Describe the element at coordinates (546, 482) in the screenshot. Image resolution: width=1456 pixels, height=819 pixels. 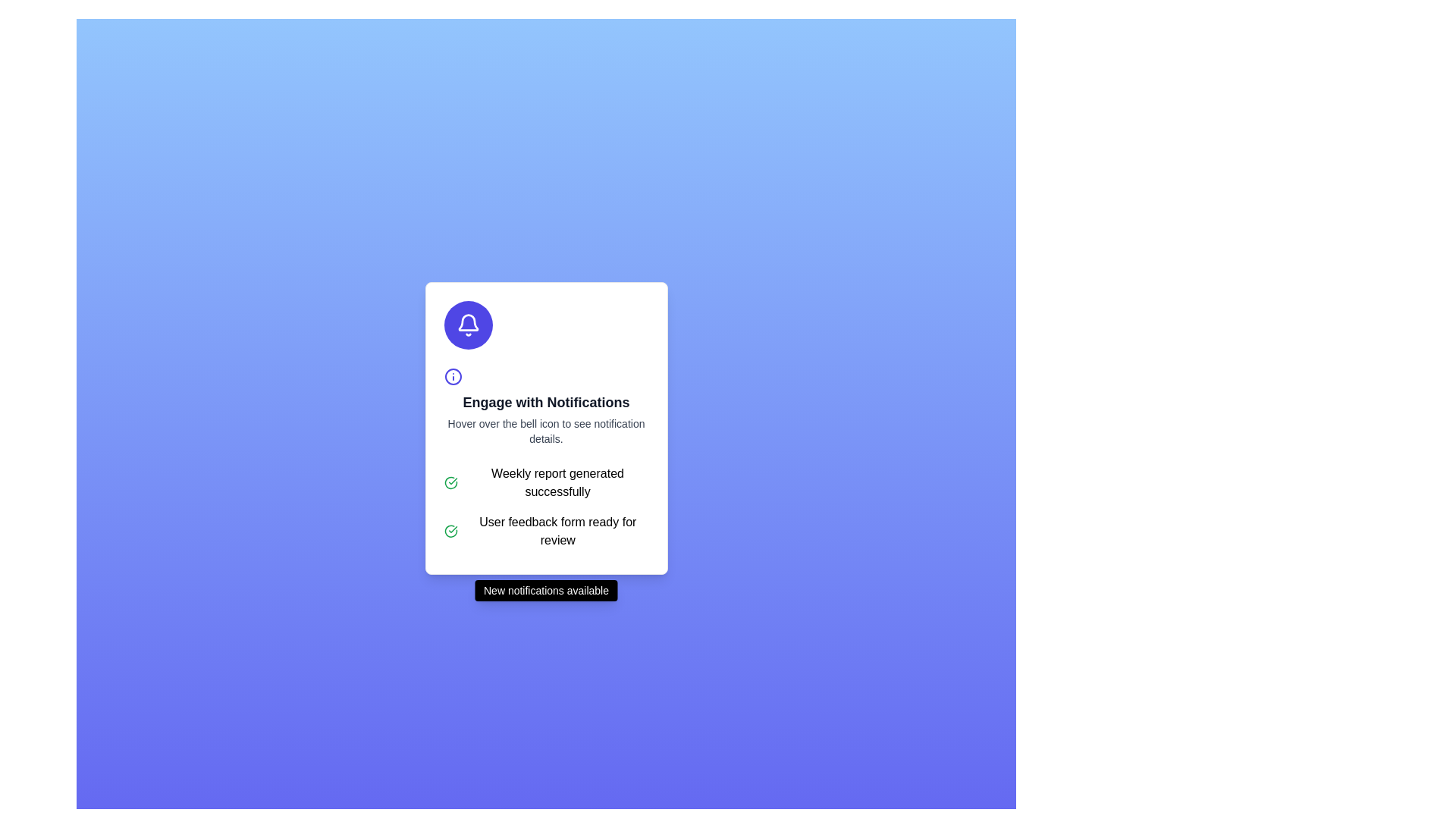
I see `text content of the first notification entry displaying 'Weekly report generated successfully' with a green checkmark icon` at that location.